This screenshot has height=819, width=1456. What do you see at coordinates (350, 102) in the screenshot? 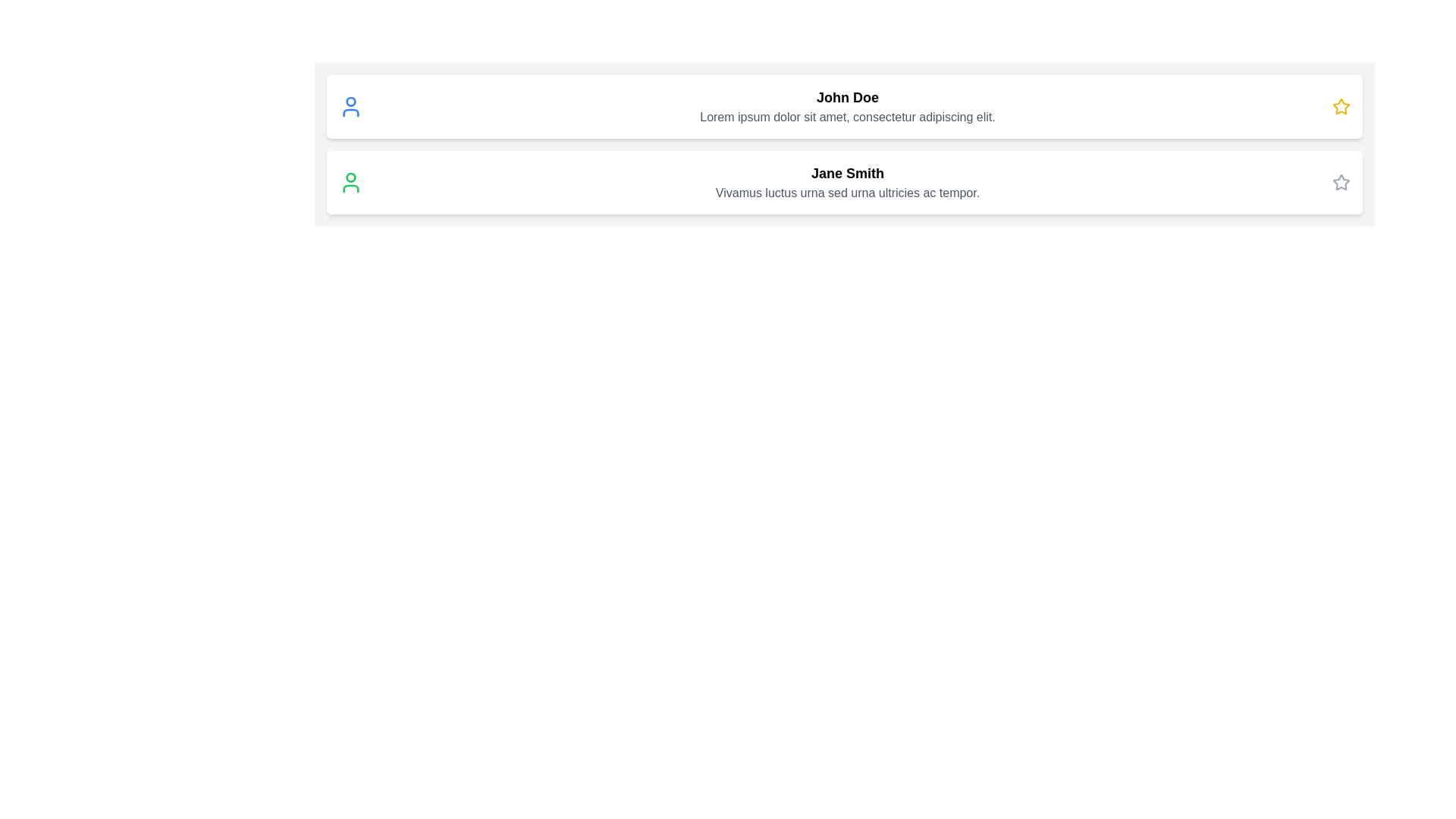
I see `the small circular shape within the user icon that is styled with a blue stroke color, positioned to the left of 'John Doe'` at bounding box center [350, 102].